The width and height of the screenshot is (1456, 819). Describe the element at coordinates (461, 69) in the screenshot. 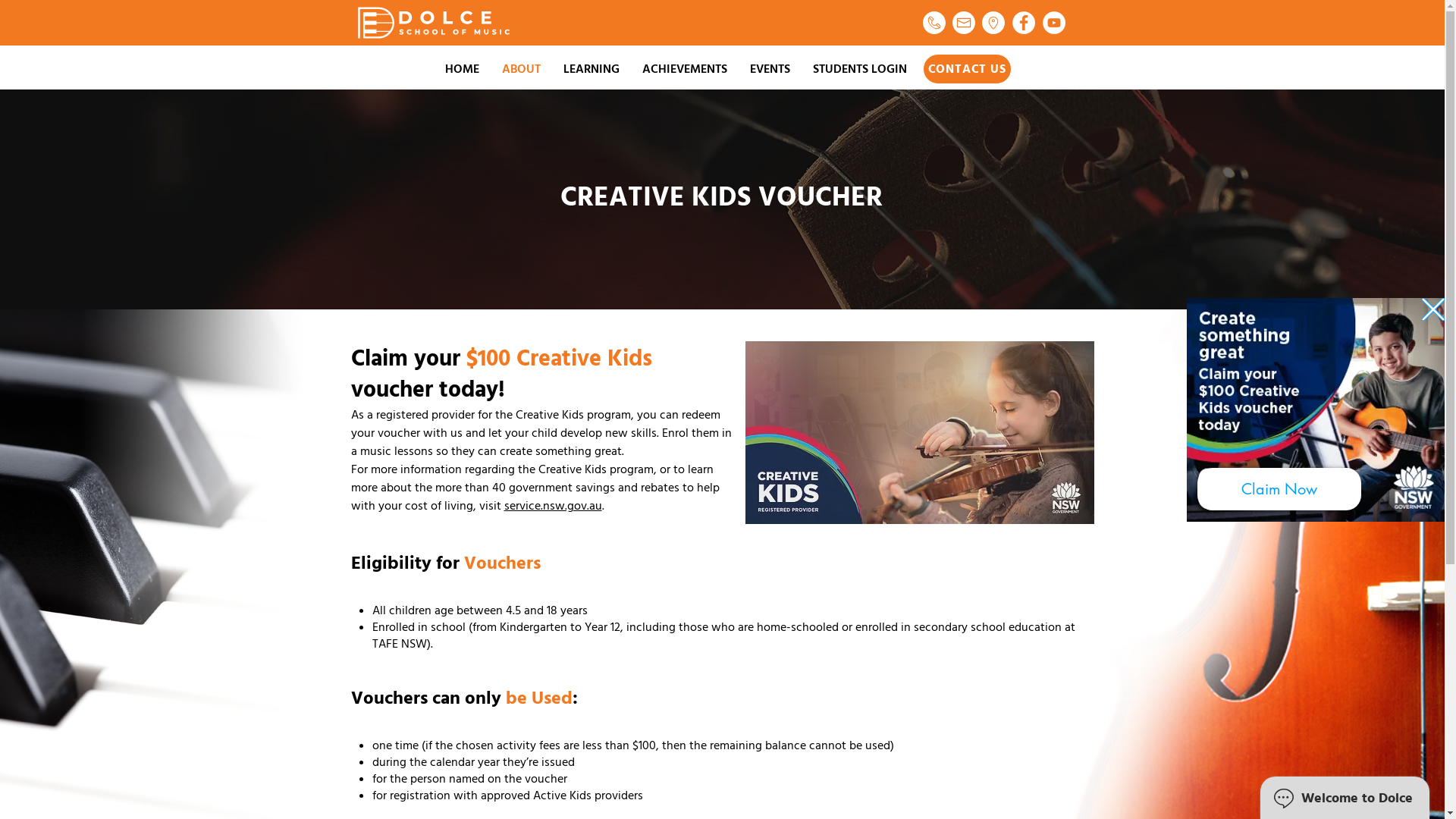

I see `'HOME'` at that location.